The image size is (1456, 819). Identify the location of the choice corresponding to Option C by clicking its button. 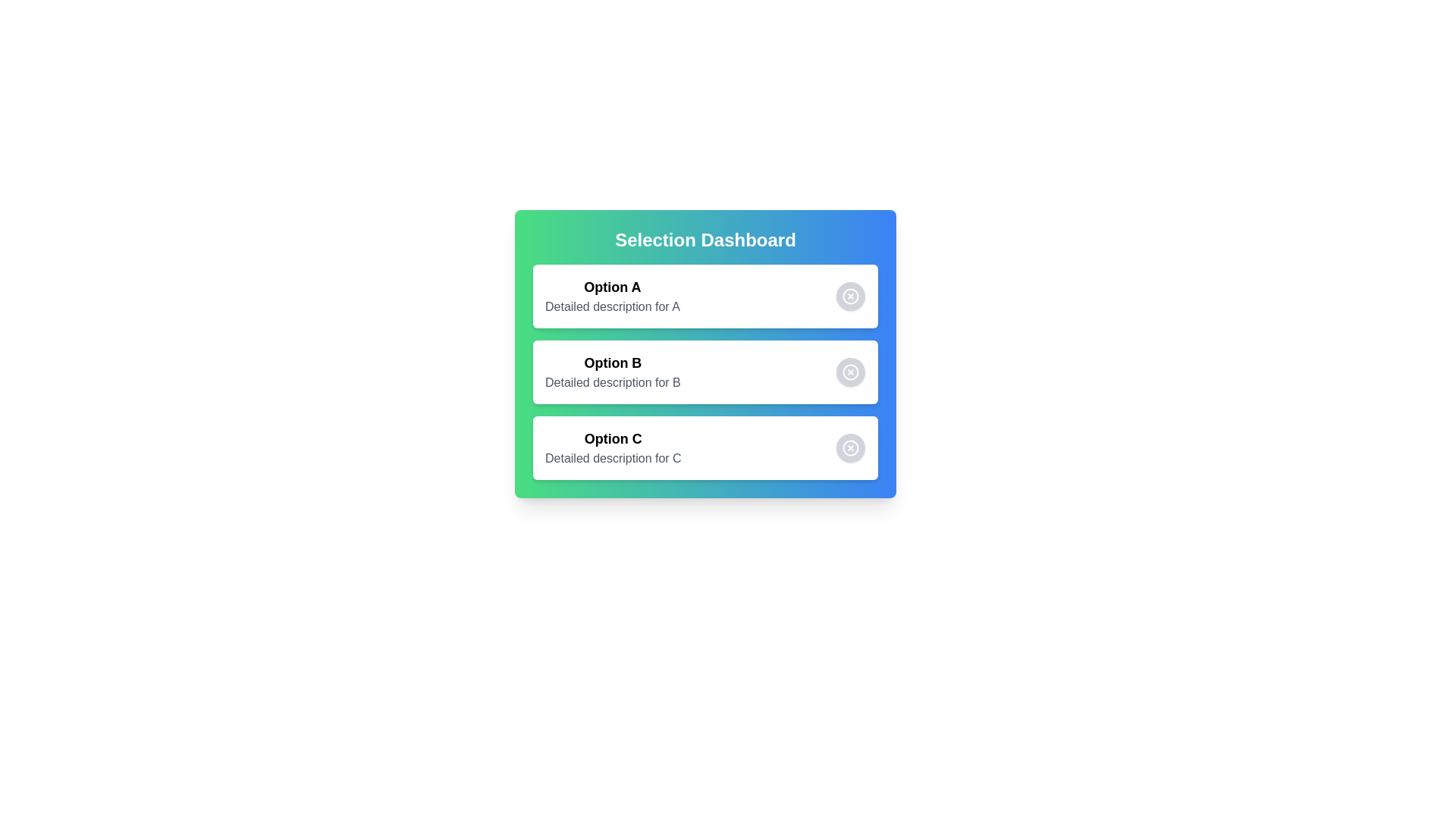
(851, 447).